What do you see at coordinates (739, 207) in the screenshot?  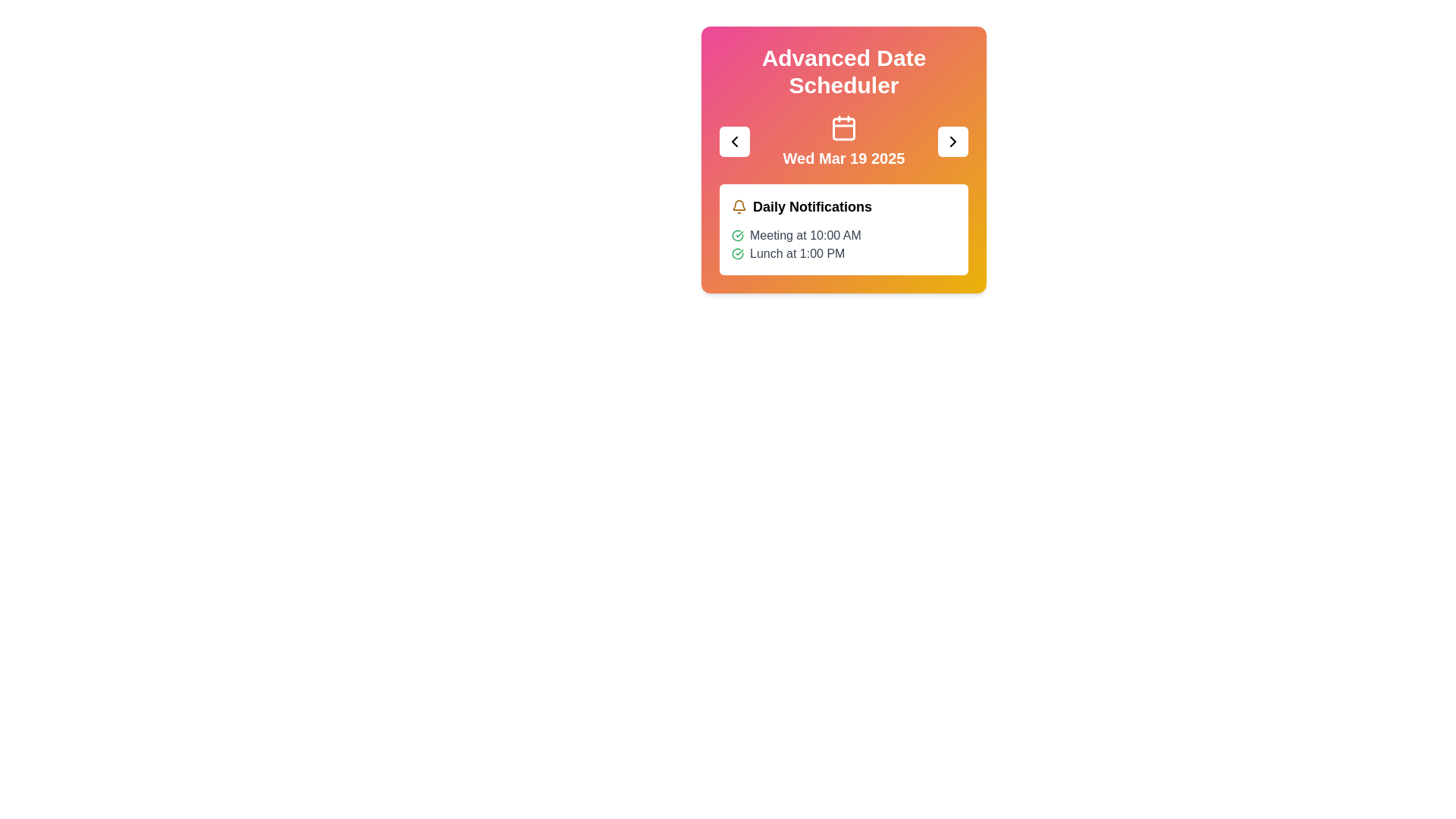 I see `the yellow bell-shaped notification icon located to the left of the 'Daily Notifications' label in the header section of the card` at bounding box center [739, 207].